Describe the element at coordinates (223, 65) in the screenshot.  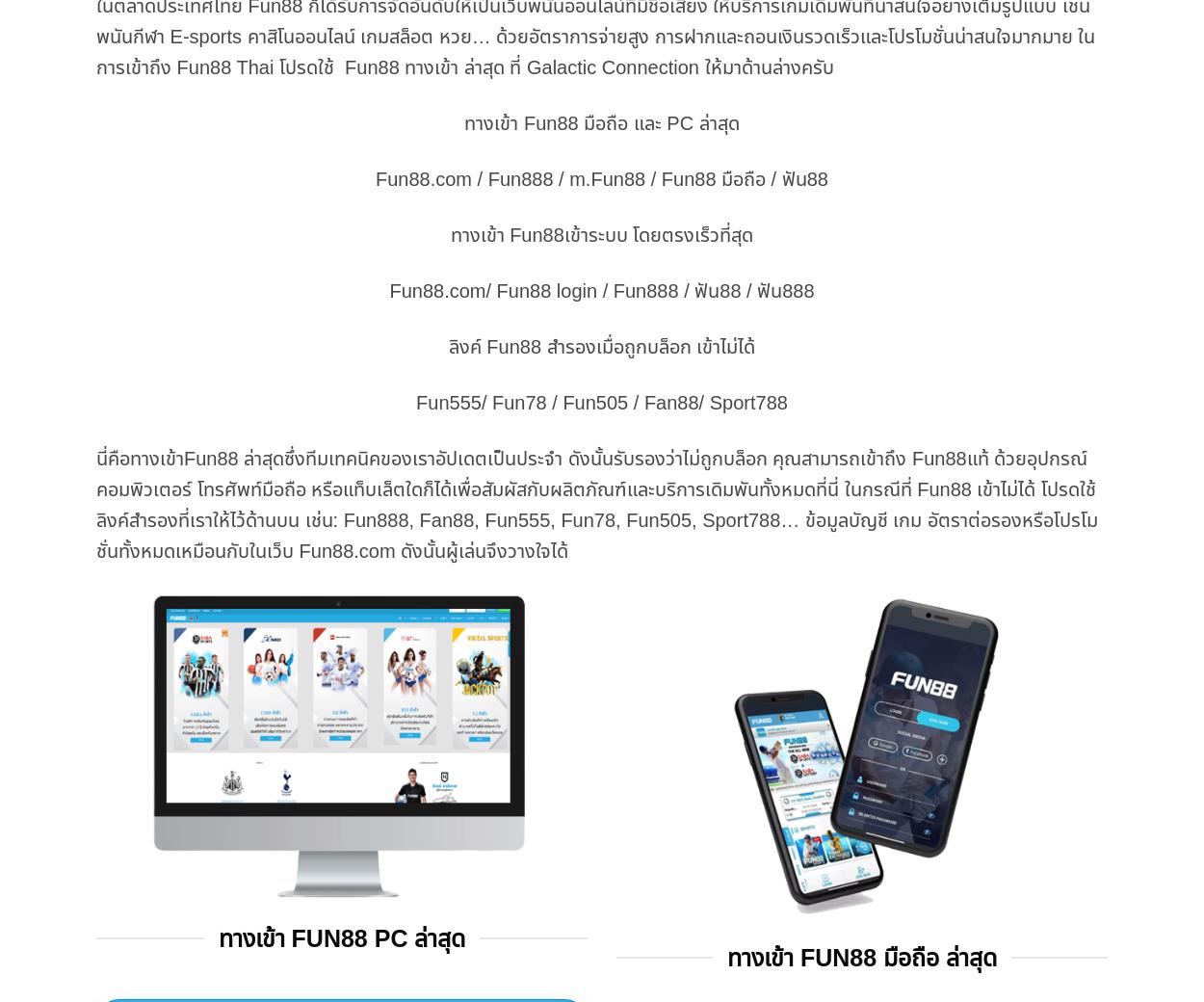
I see `'Fun88 Thai'` at that location.